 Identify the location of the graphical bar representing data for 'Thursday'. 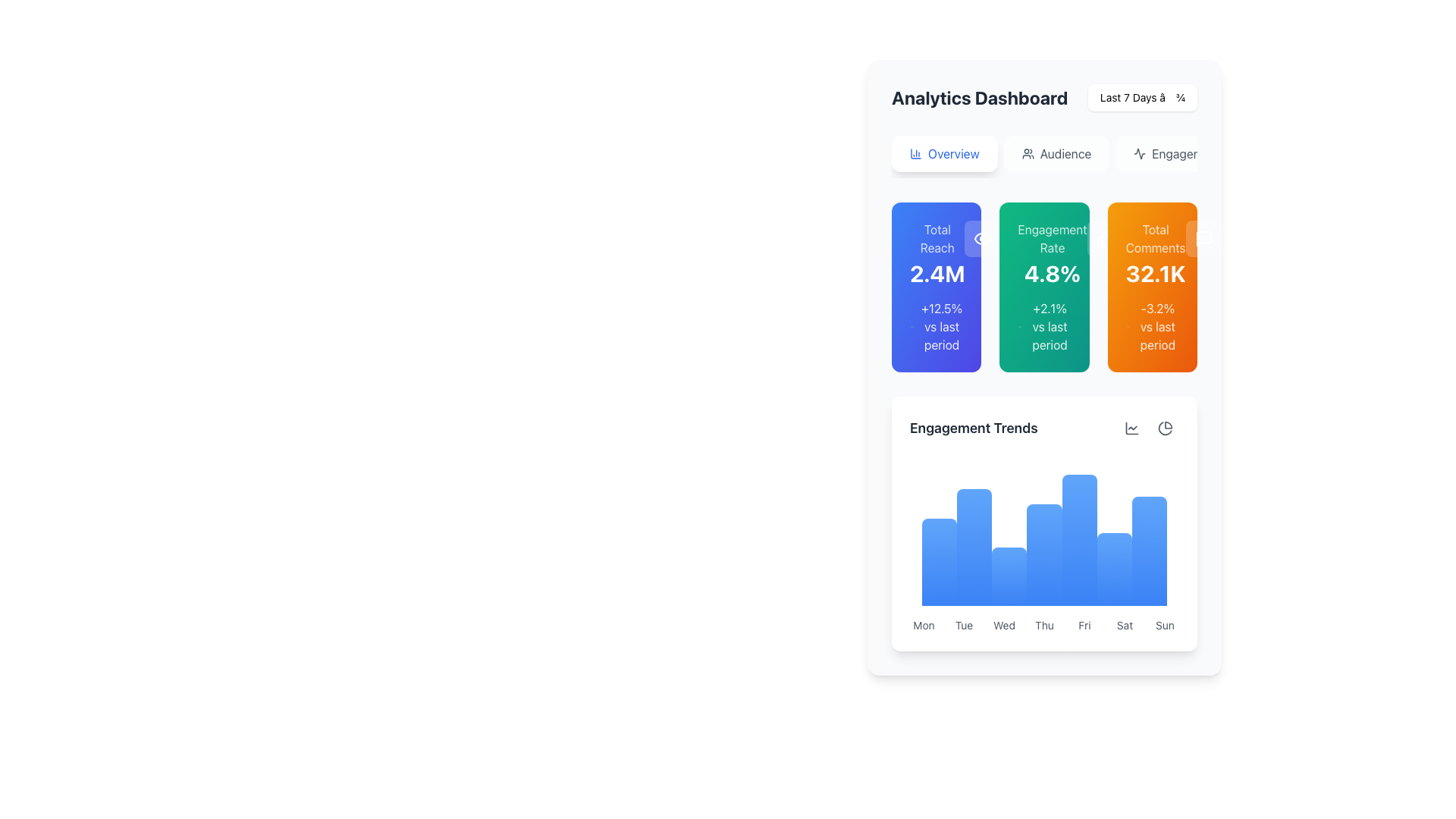
(1043, 554).